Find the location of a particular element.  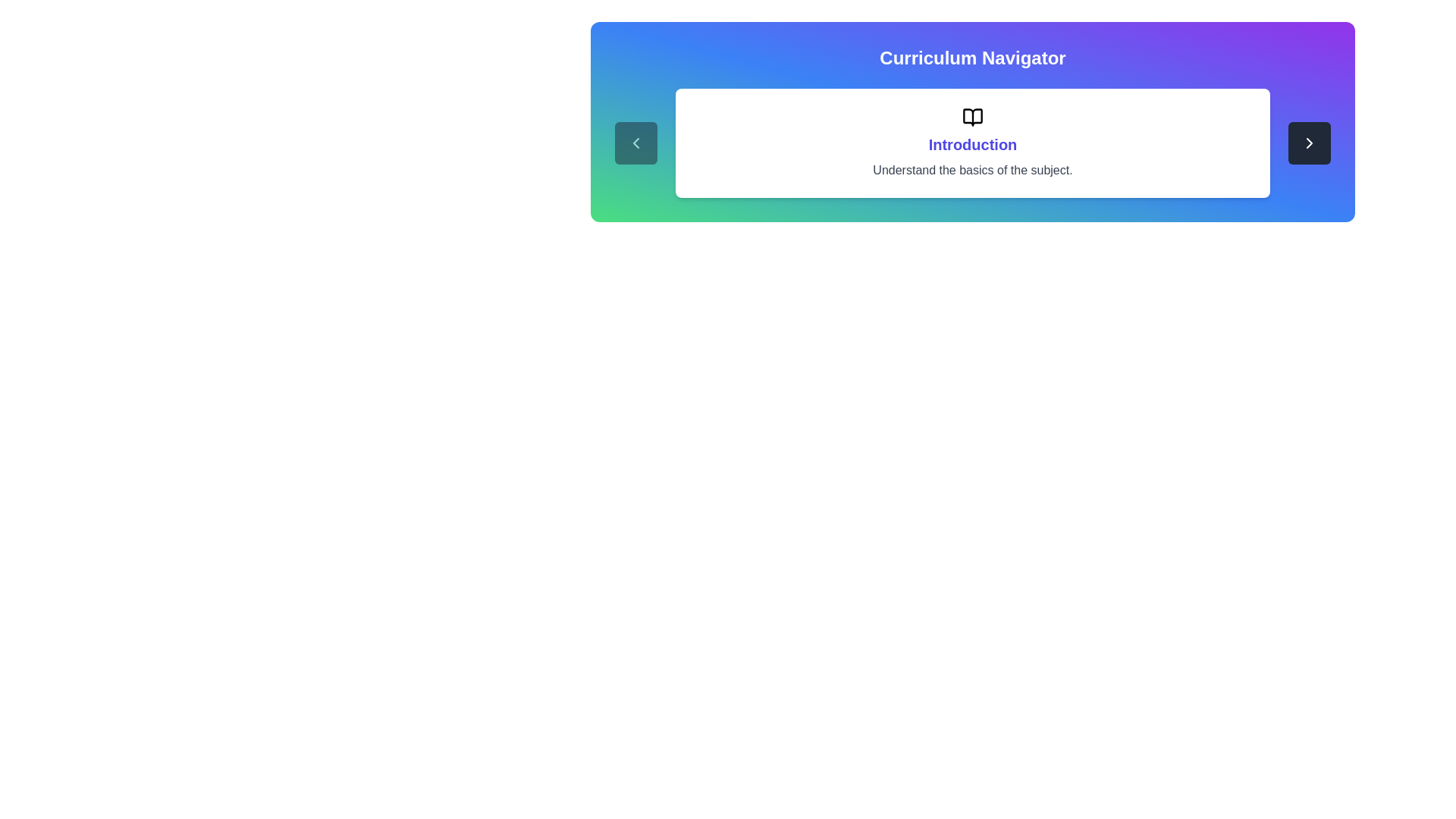

right navigation button to move to the next topic is located at coordinates (1309, 143).